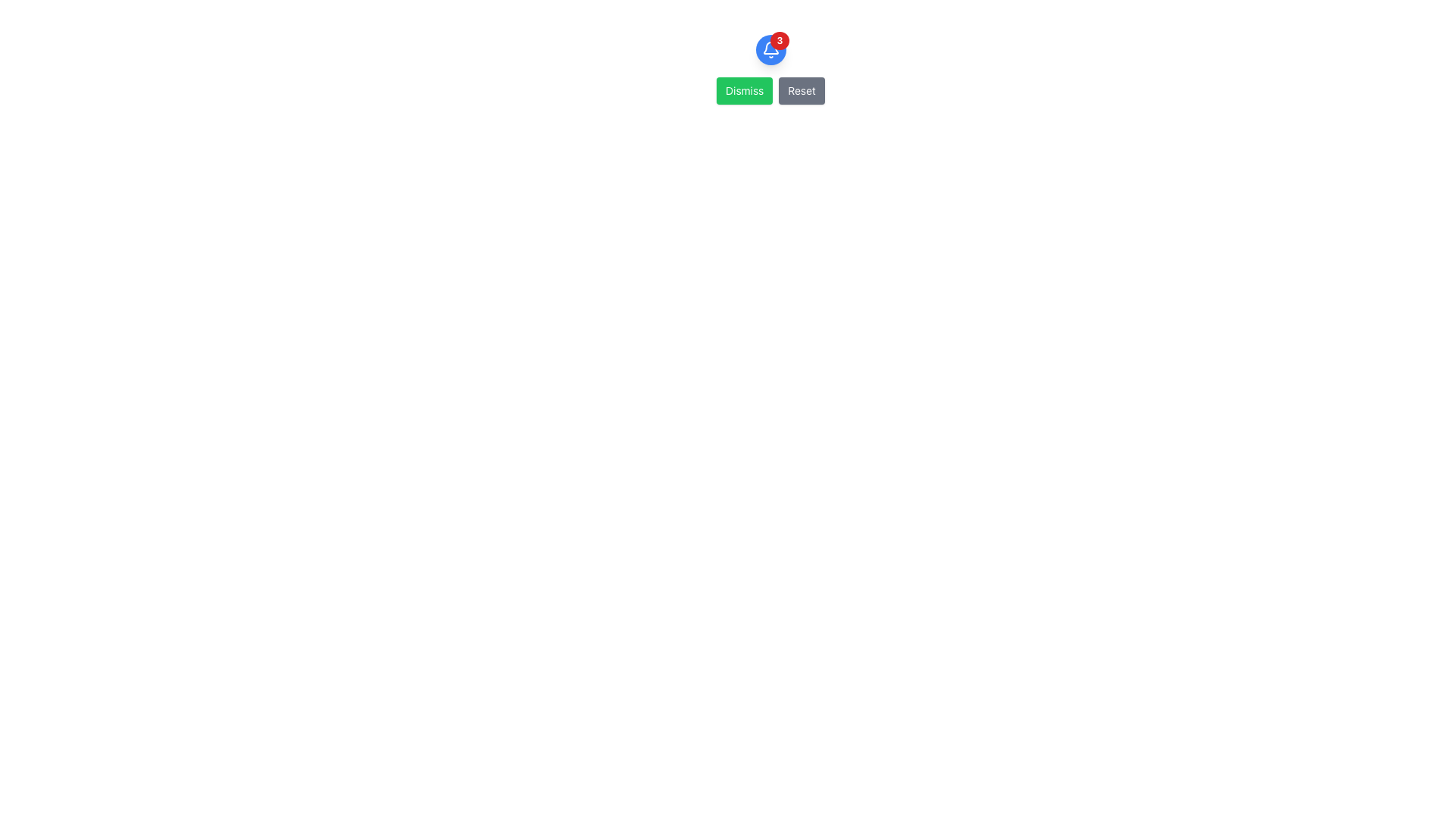 This screenshot has width=1456, height=819. I want to click on the 'Dismiss' button located in the composite UI component directly below the bell icon with a red badge, so click(770, 90).